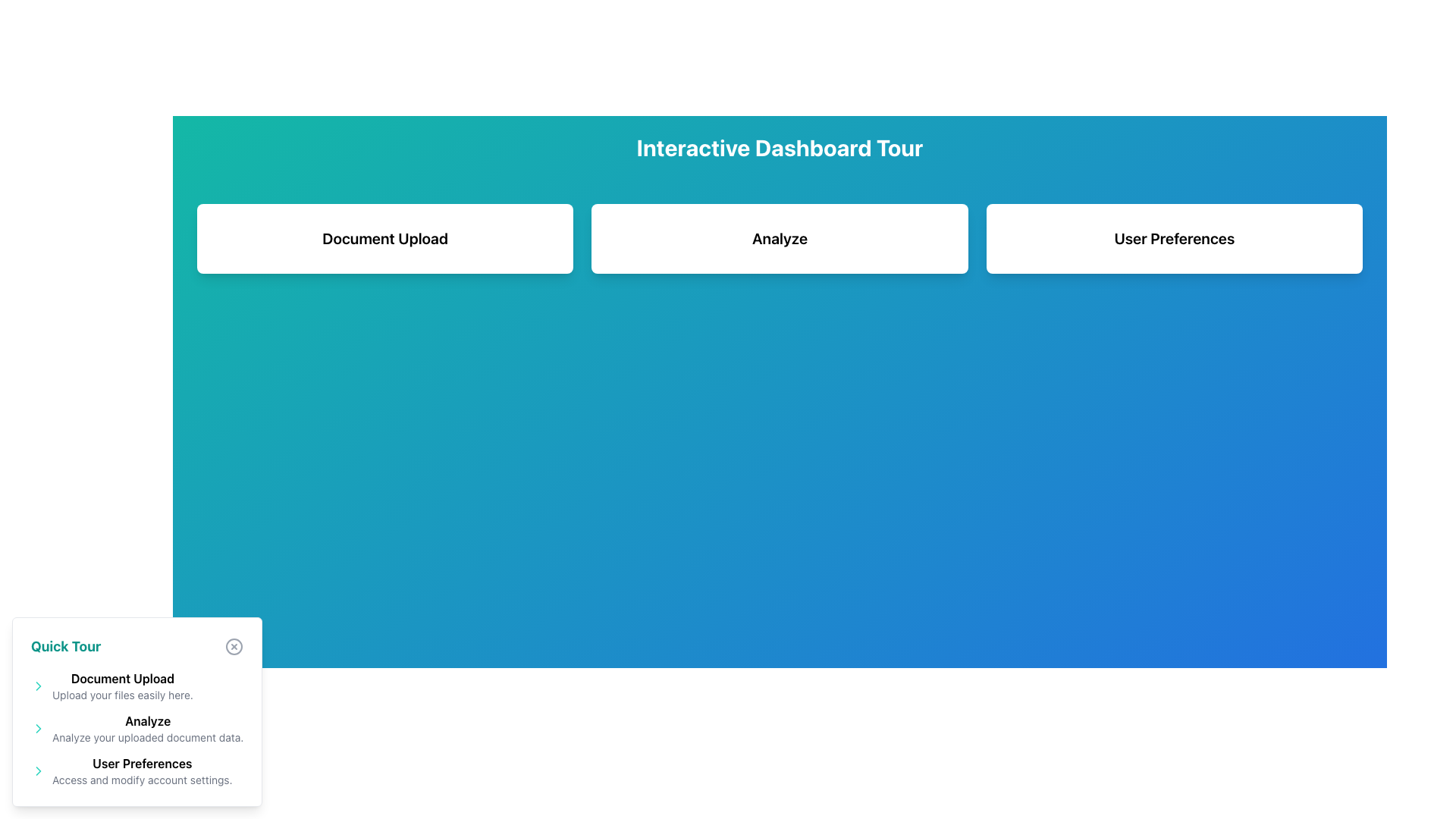  I want to click on the 'Document Upload' text label, which is styled in bold font and located at the top center of the first white card with rounded edges, so click(385, 239).